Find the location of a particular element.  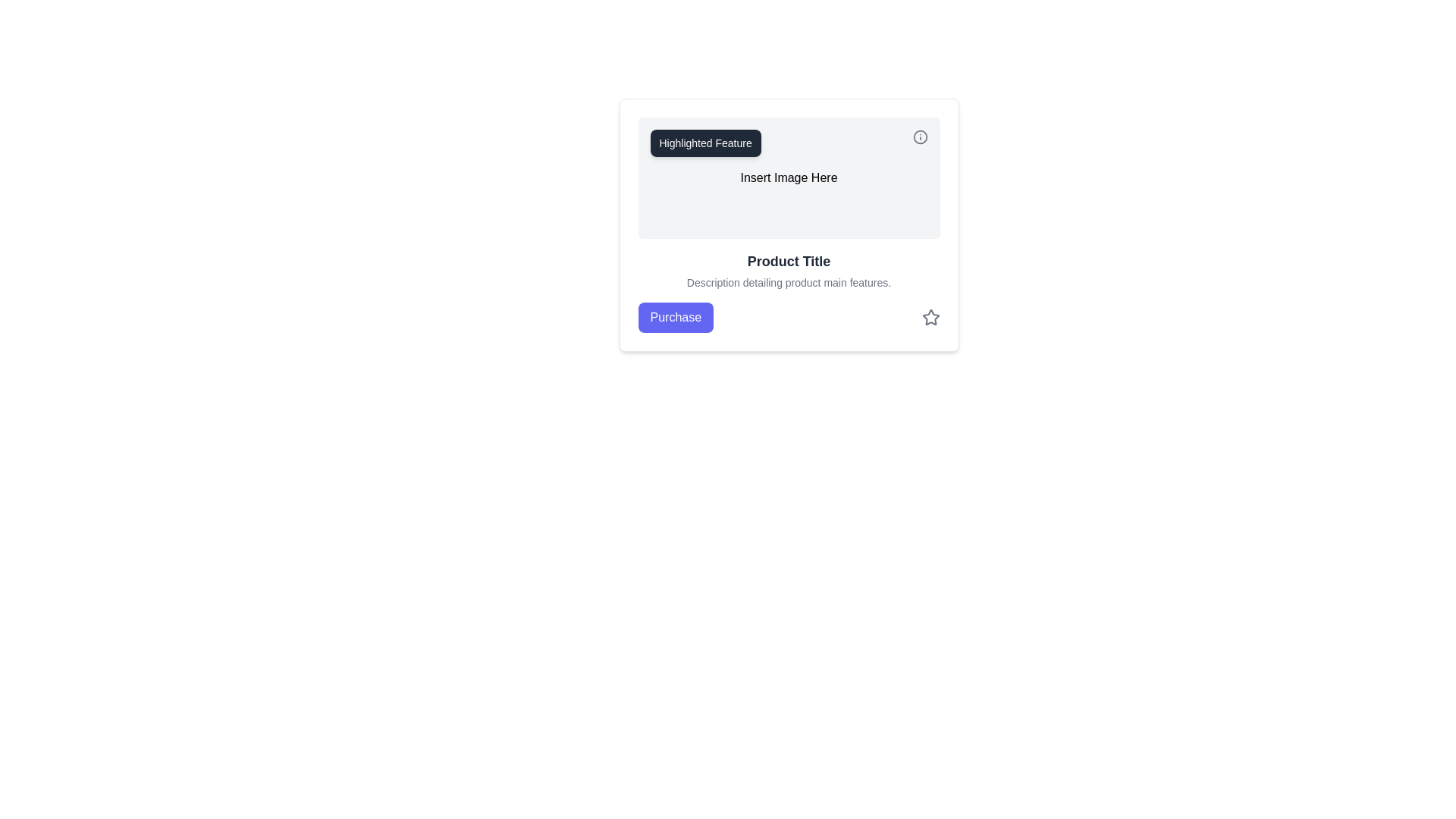

the interactive star-shaped icon button with a gray outline, located to the far right adjacent to the 'Purchase' button is located at coordinates (930, 317).